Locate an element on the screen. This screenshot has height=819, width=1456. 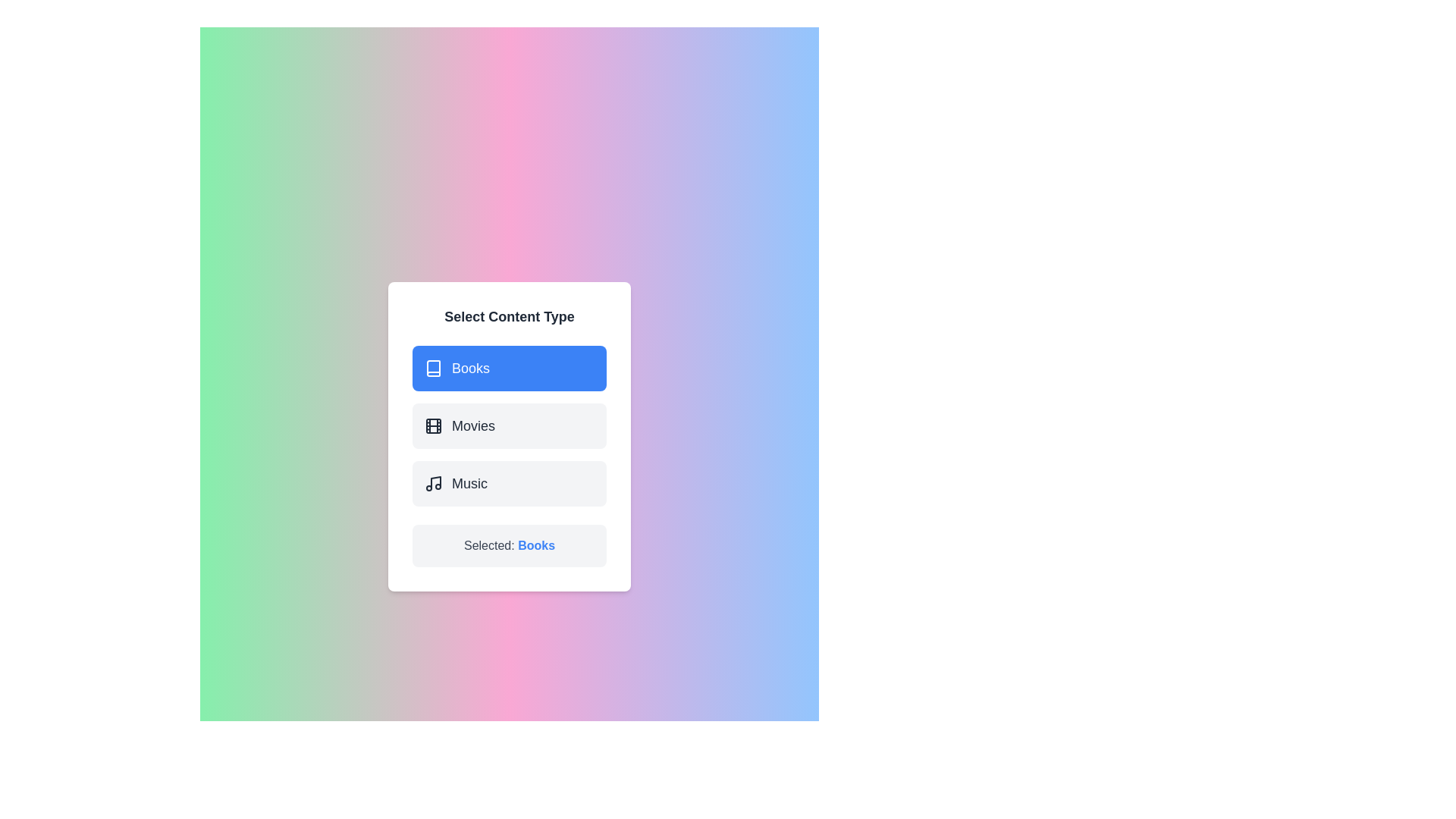
the SVG rectangle element that represents the central part of the movie or film reel icon by clicking on it is located at coordinates (432, 426).